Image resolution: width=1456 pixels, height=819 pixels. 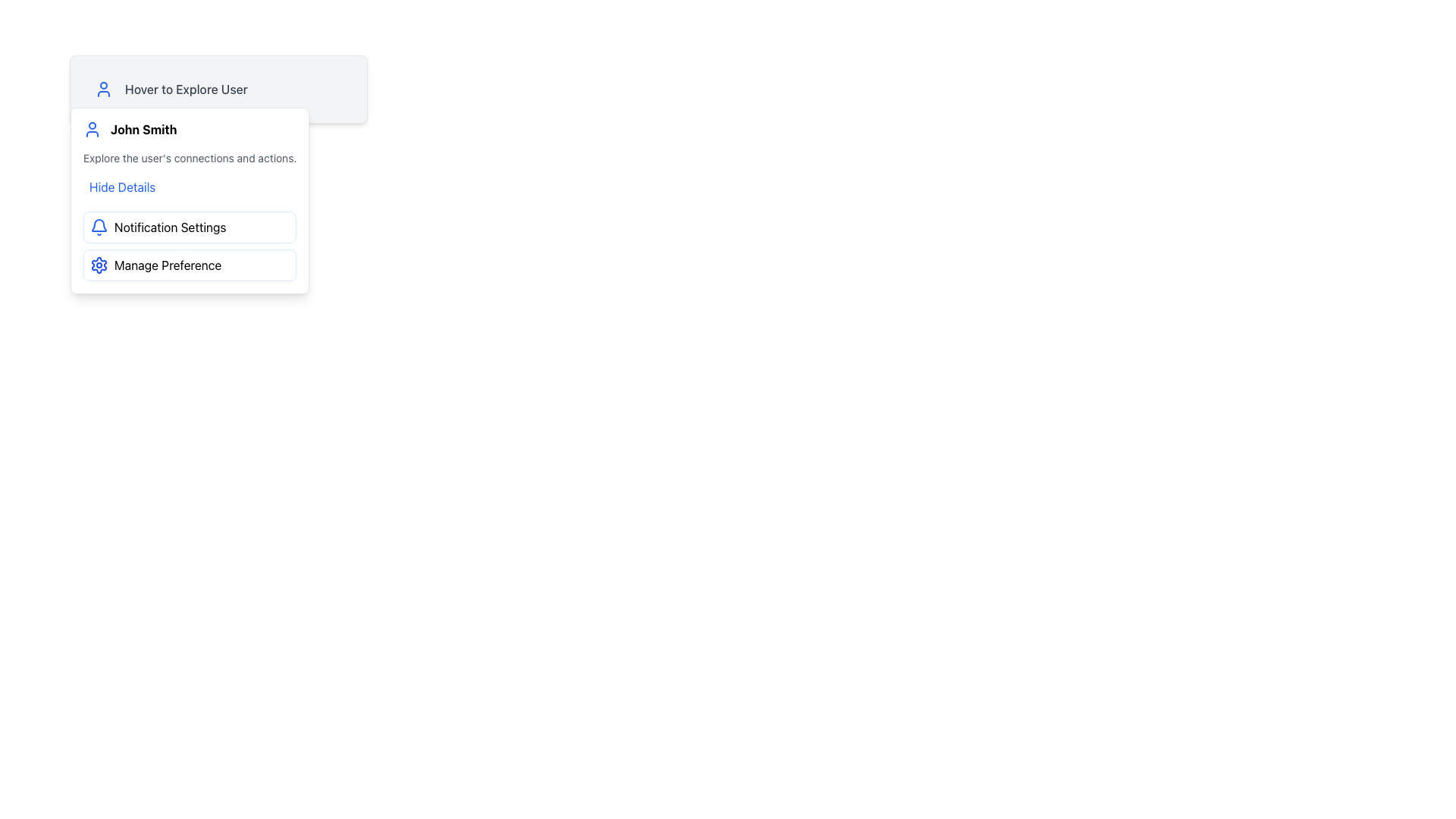 What do you see at coordinates (218, 89) in the screenshot?
I see `the Header Section with Icon and Text located in the top-left area of the menu interface, which serves as an introductory section for user profile interaction` at bounding box center [218, 89].